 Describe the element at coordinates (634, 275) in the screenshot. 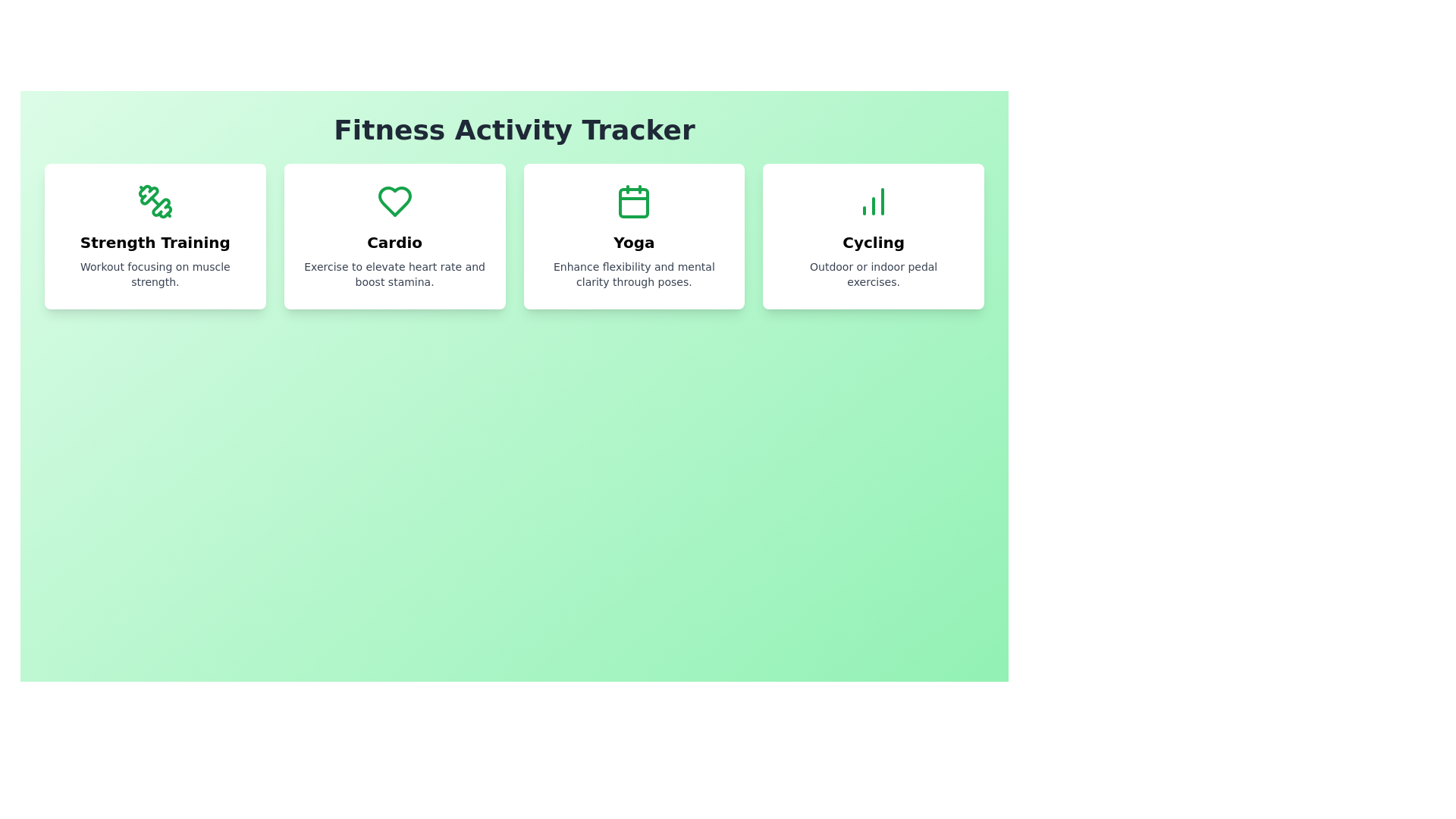

I see `static text that states 'Enhance flexibility and mental clarity through poses.' located beneath the 'Yoga' header within the bordered card-like area` at that location.